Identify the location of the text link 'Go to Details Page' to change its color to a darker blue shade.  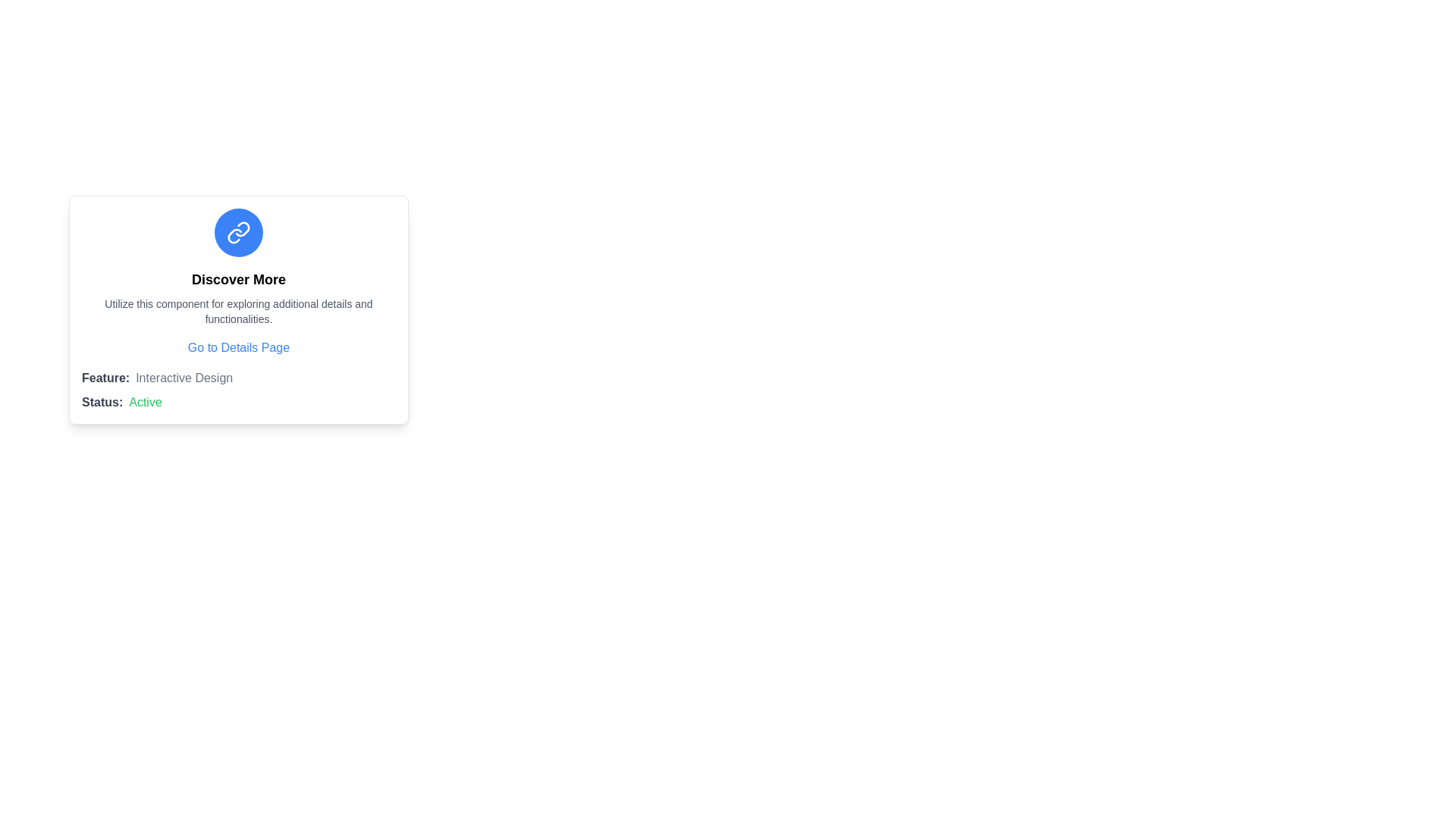
(238, 348).